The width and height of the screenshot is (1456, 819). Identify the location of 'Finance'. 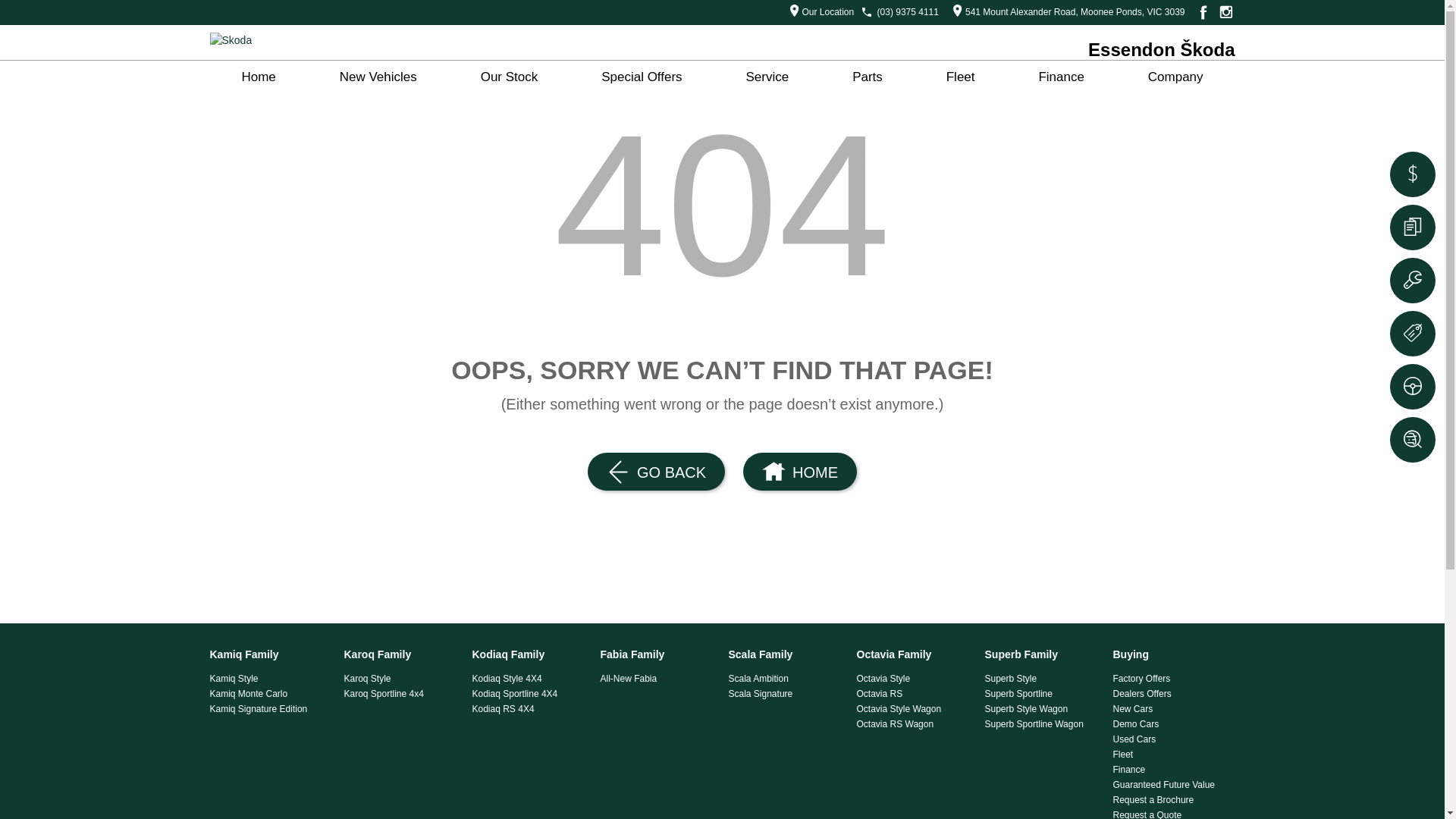
(1059, 77).